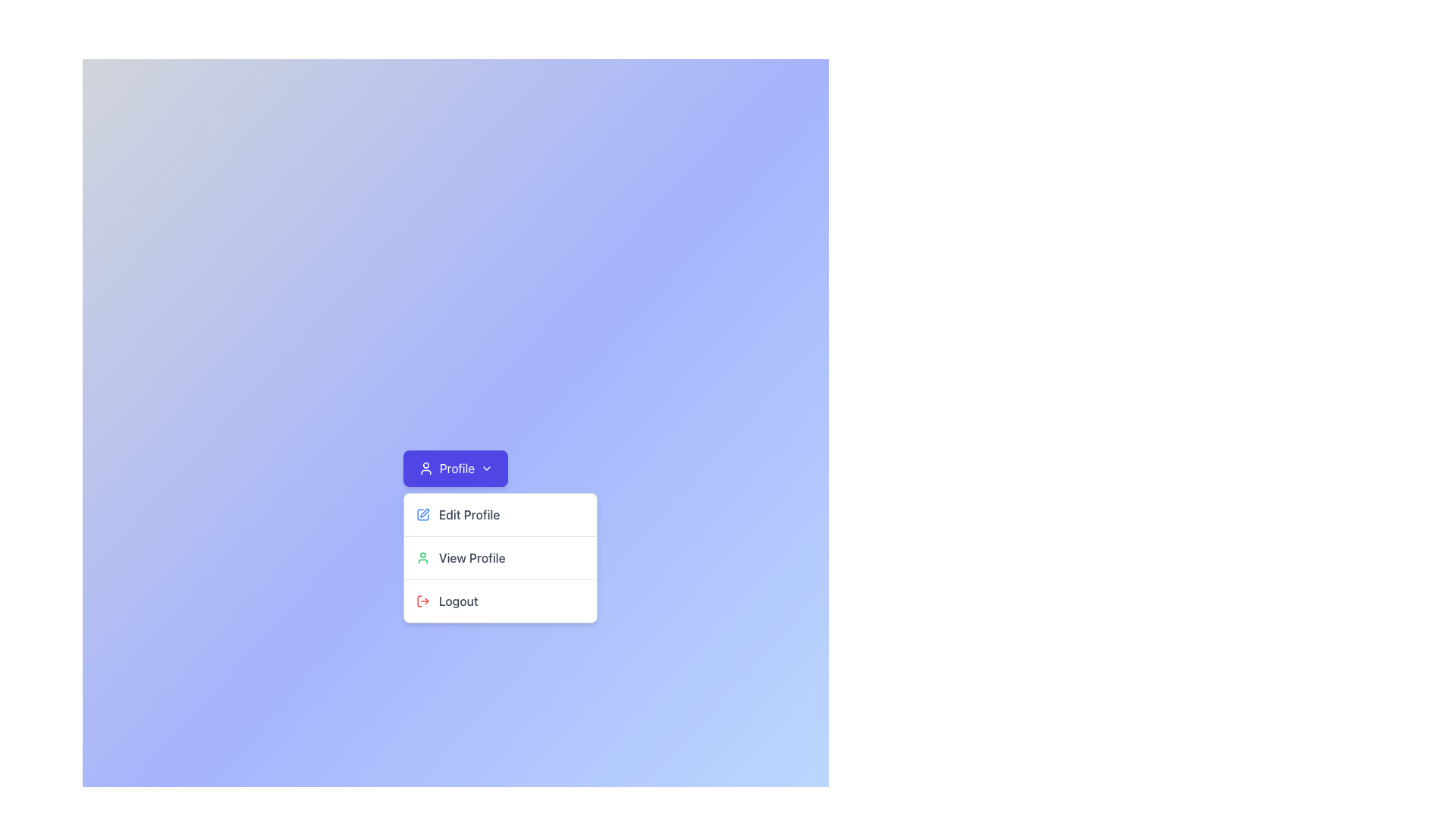  What do you see at coordinates (469, 513) in the screenshot?
I see `the interactive text label for editing the user's profile located in the dropdown menu under the 'Profile' section, which is the first option in the list` at bounding box center [469, 513].